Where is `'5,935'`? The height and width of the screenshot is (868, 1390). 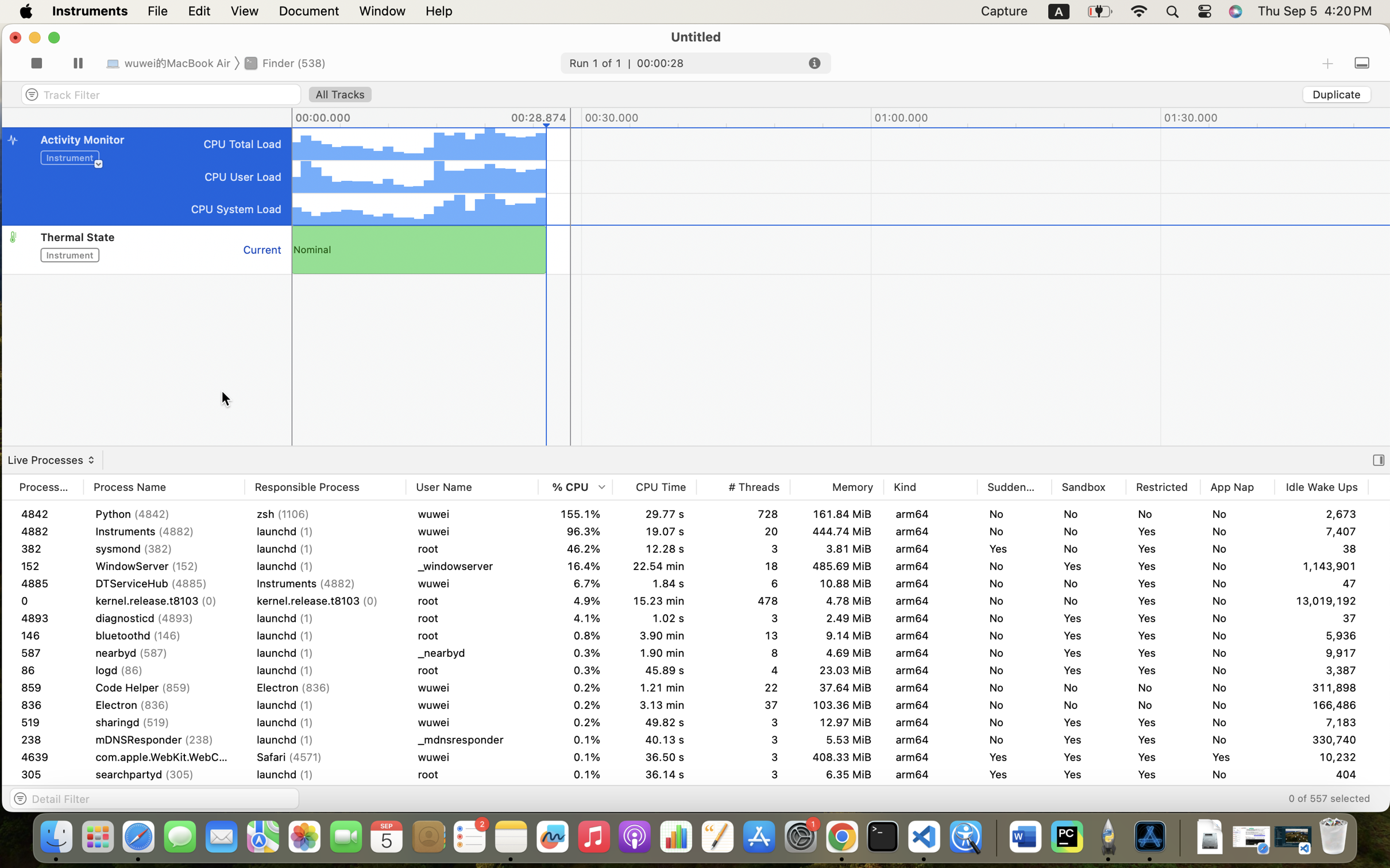
'5,935' is located at coordinates (1322, 652).